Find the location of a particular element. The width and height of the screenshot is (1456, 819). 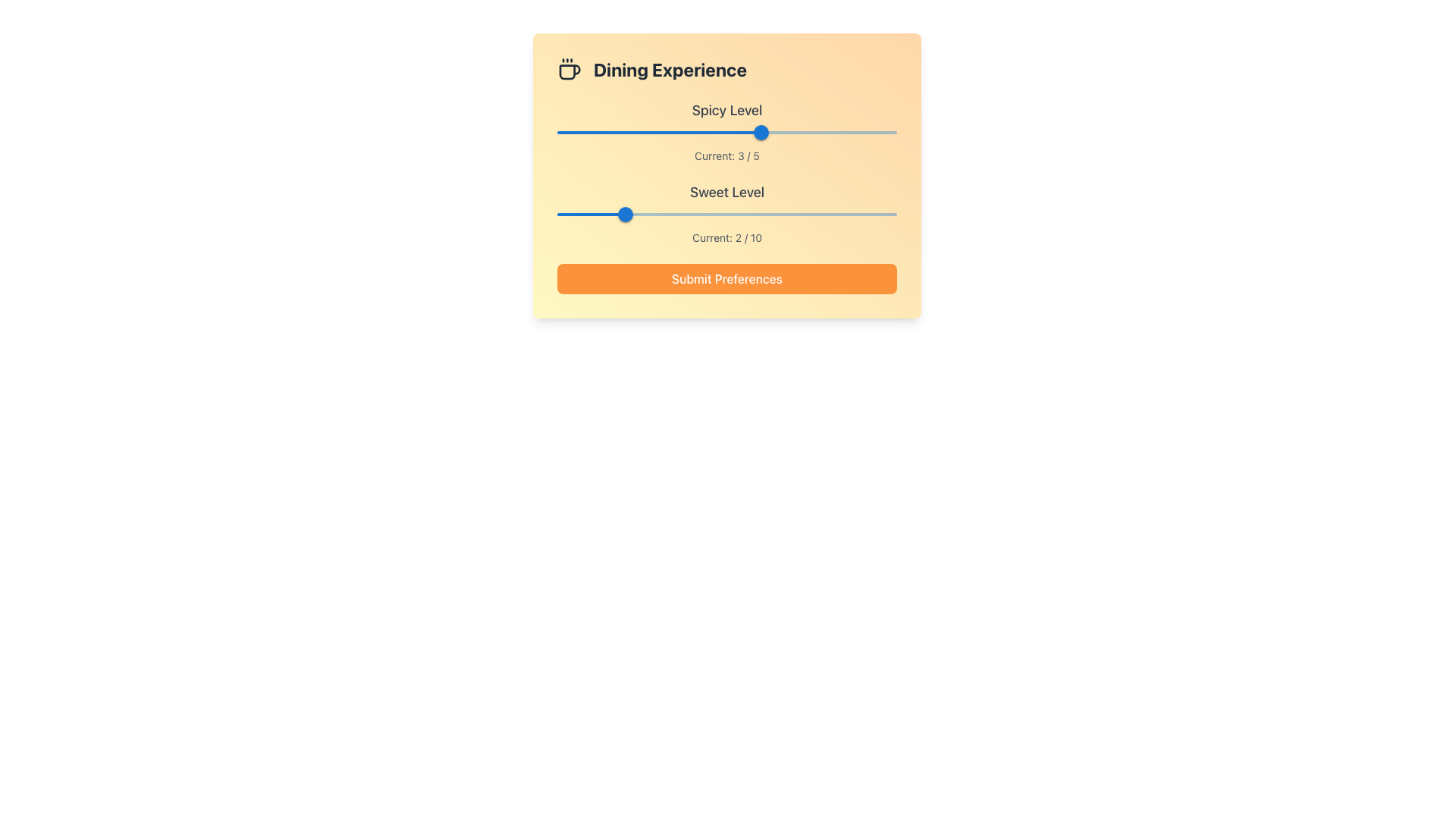

the sweet level is located at coordinates (828, 214).